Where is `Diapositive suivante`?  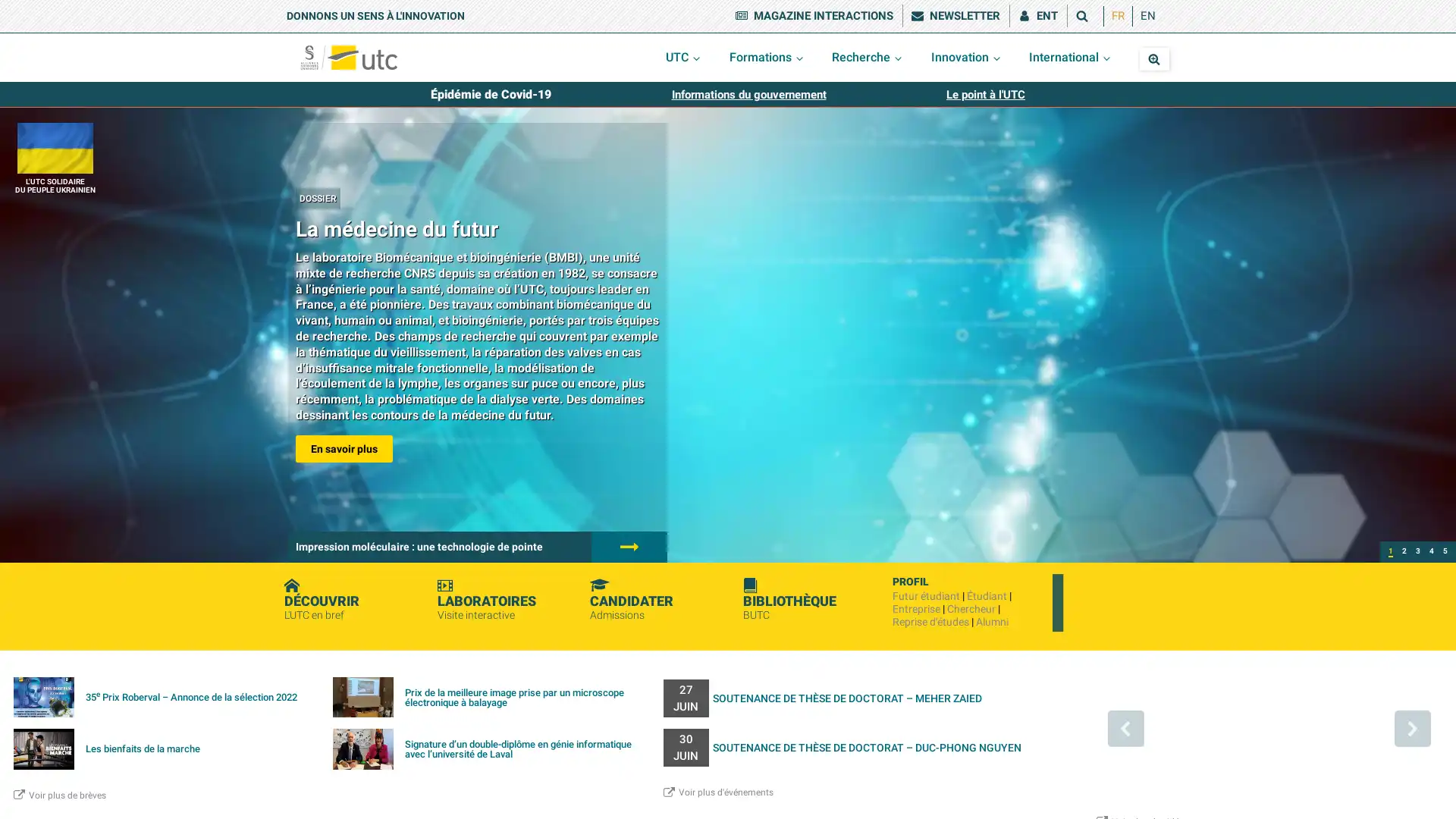 Diapositive suivante is located at coordinates (1411, 727).